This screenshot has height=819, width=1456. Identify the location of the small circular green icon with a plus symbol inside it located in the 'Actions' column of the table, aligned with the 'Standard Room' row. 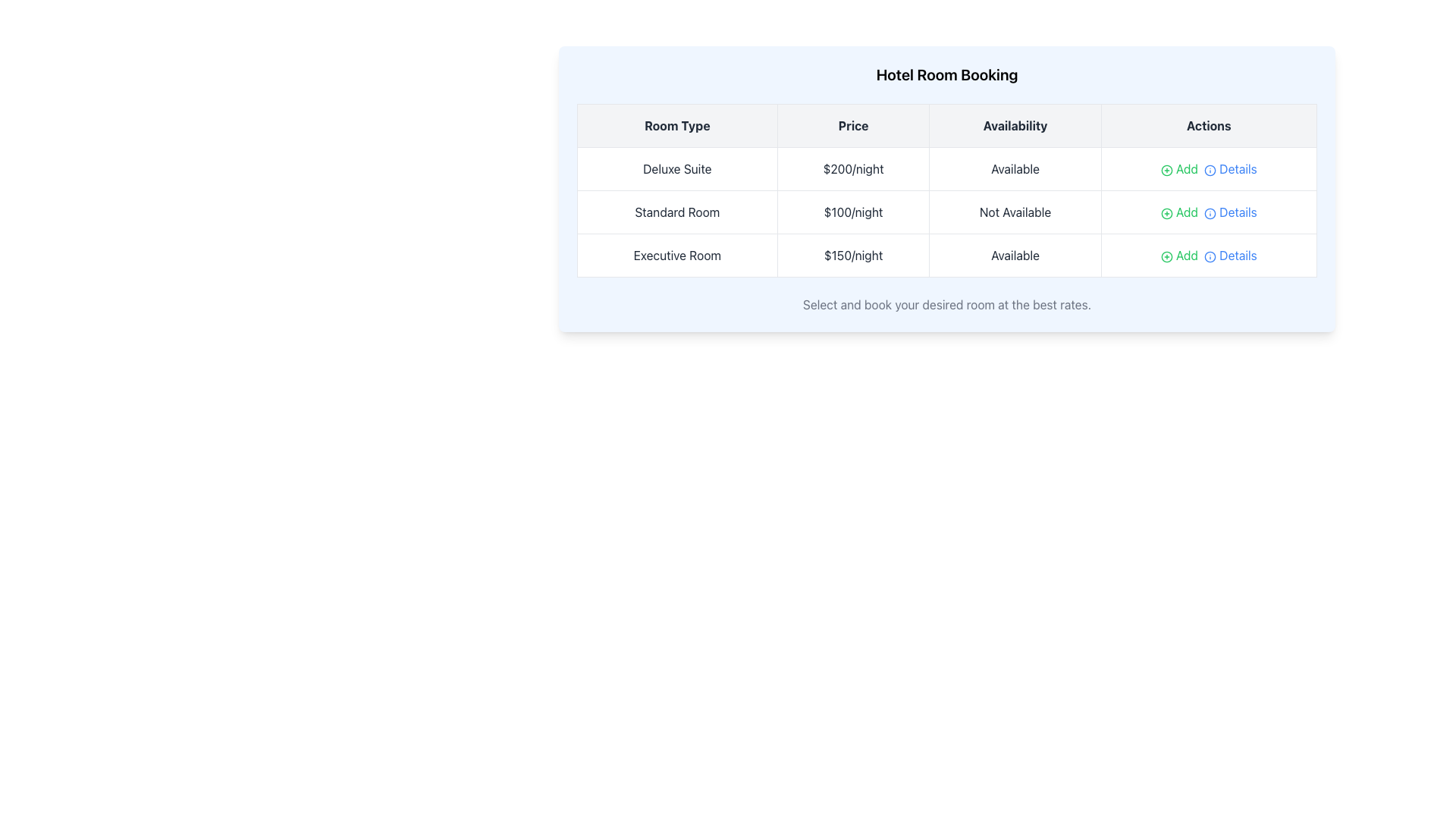
(1166, 213).